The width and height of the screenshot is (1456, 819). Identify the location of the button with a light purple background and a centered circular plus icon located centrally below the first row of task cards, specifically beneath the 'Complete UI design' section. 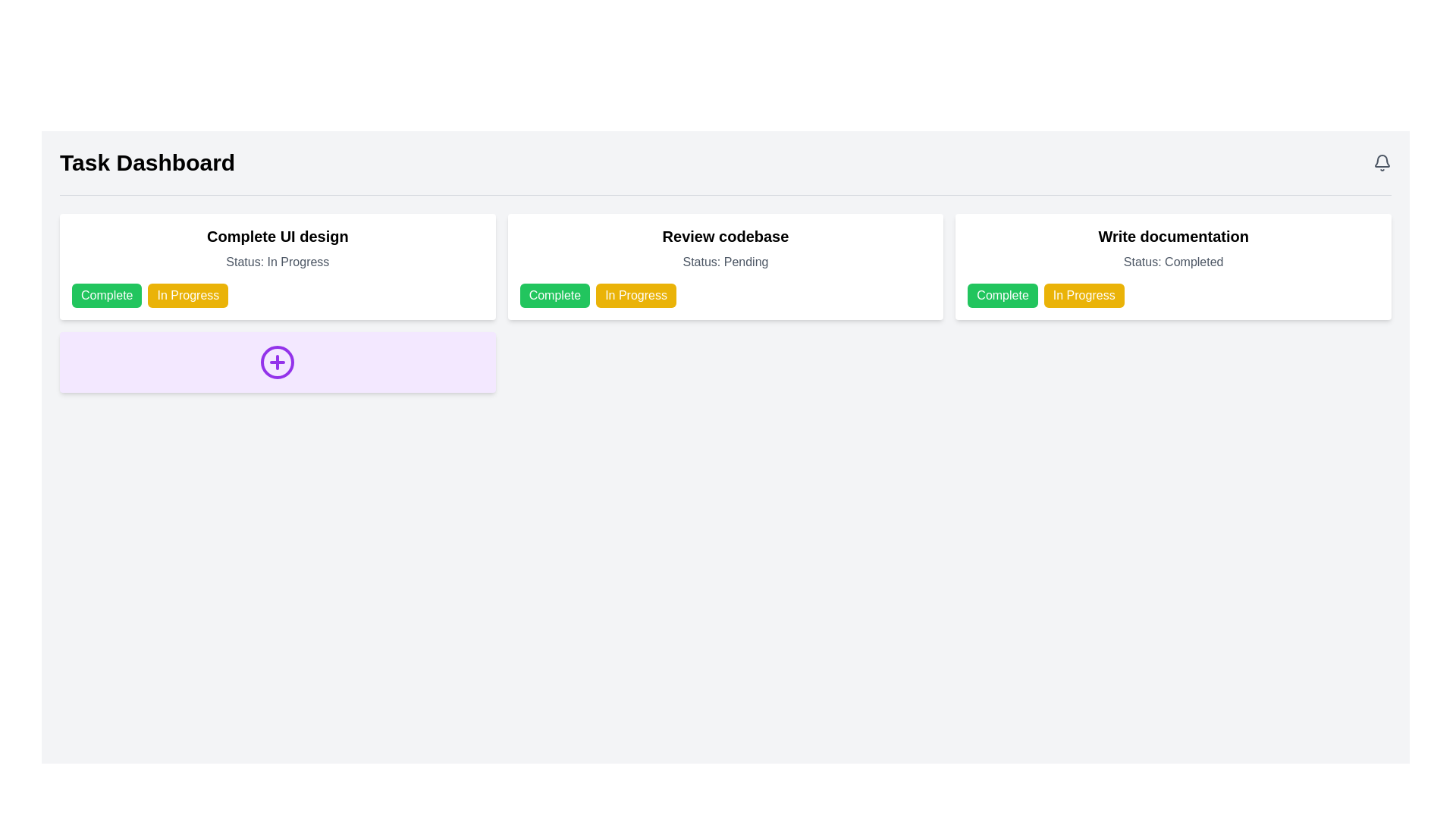
(278, 362).